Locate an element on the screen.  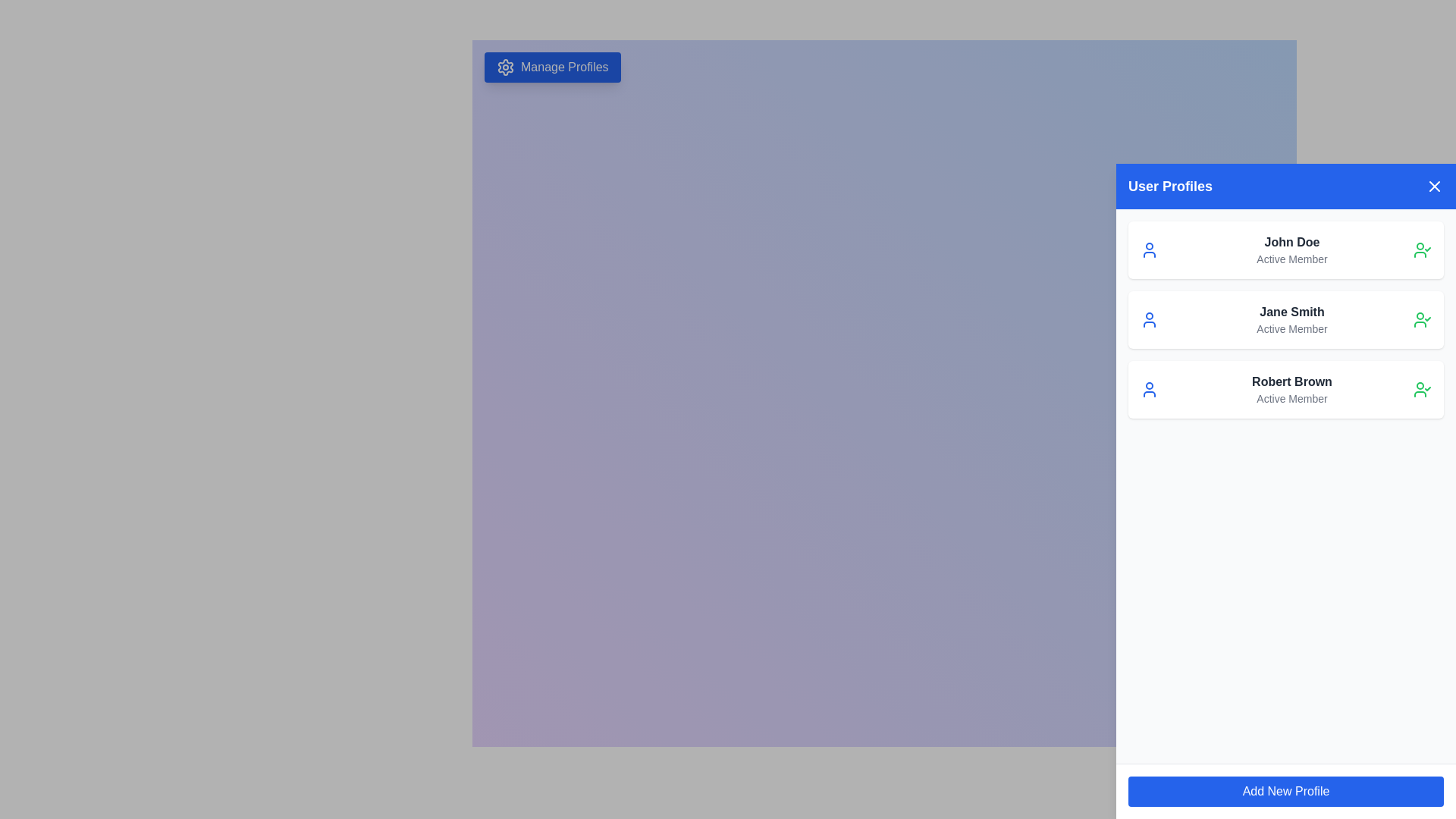
the green confirmation icon representing a person with a check mark, located at the end of the list item row labeled 'Jane Smith Active Member.' is located at coordinates (1422, 318).